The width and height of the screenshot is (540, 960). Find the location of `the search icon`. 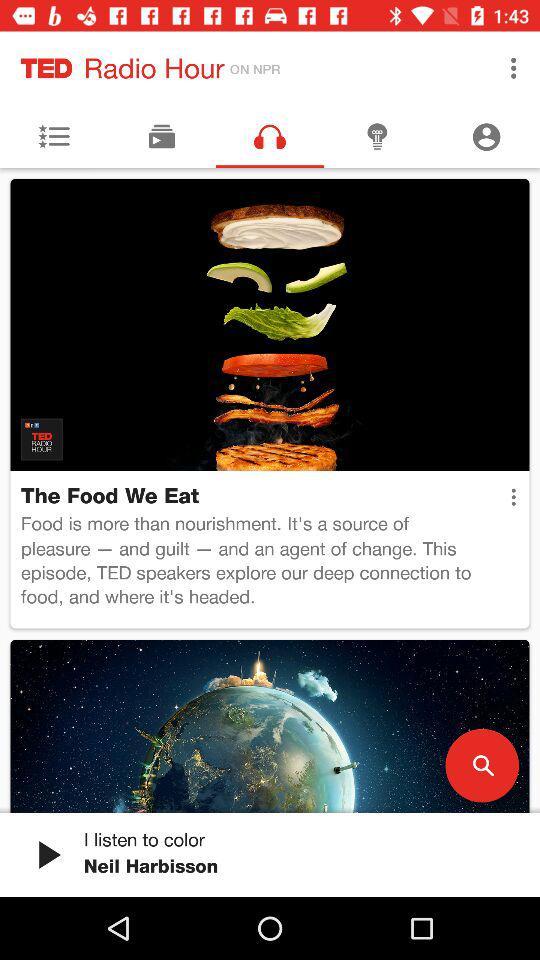

the search icon is located at coordinates (481, 764).